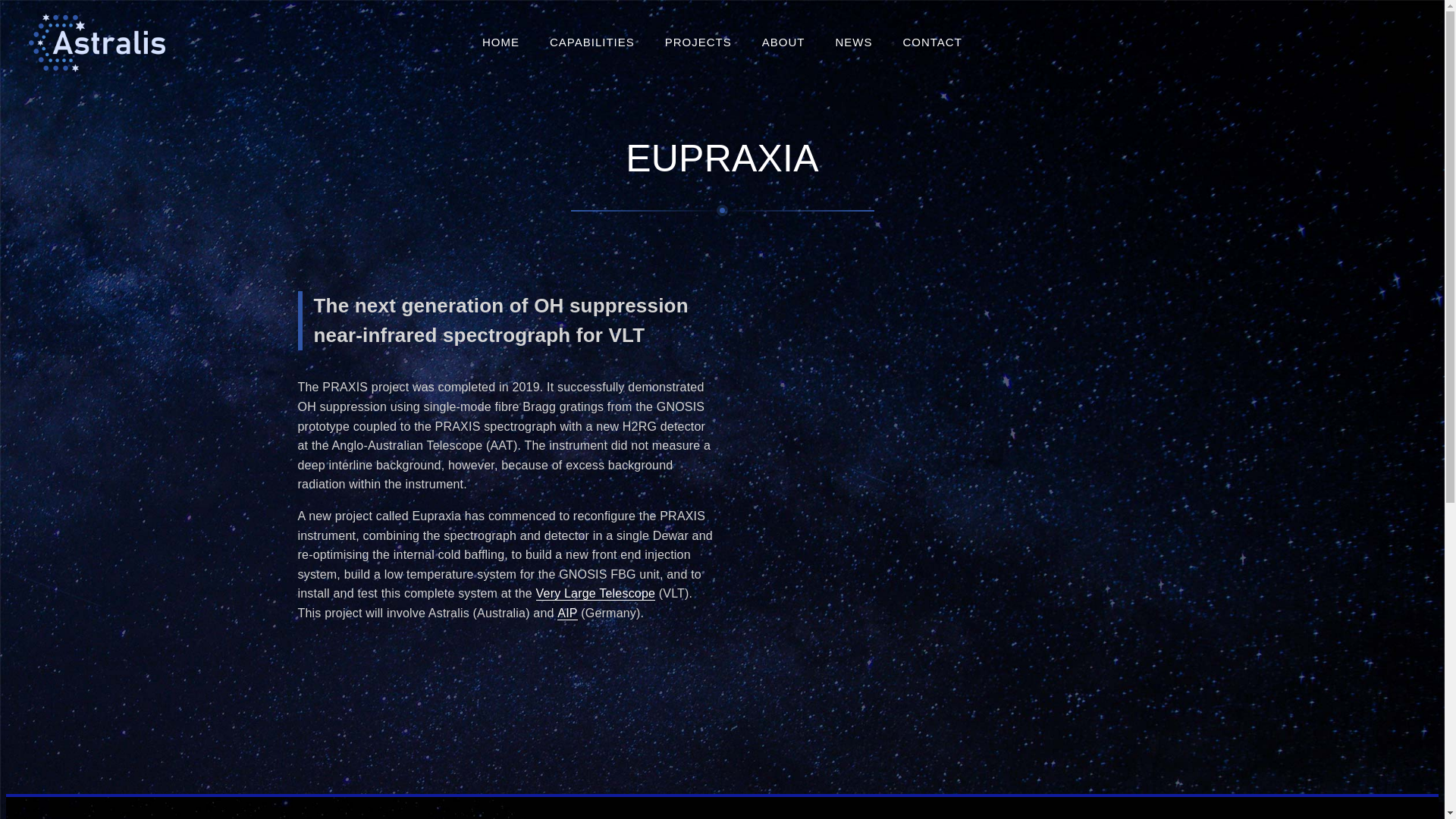 The width and height of the screenshot is (1456, 819). Describe the element at coordinates (591, 42) in the screenshot. I see `'CAPABILITIES'` at that location.